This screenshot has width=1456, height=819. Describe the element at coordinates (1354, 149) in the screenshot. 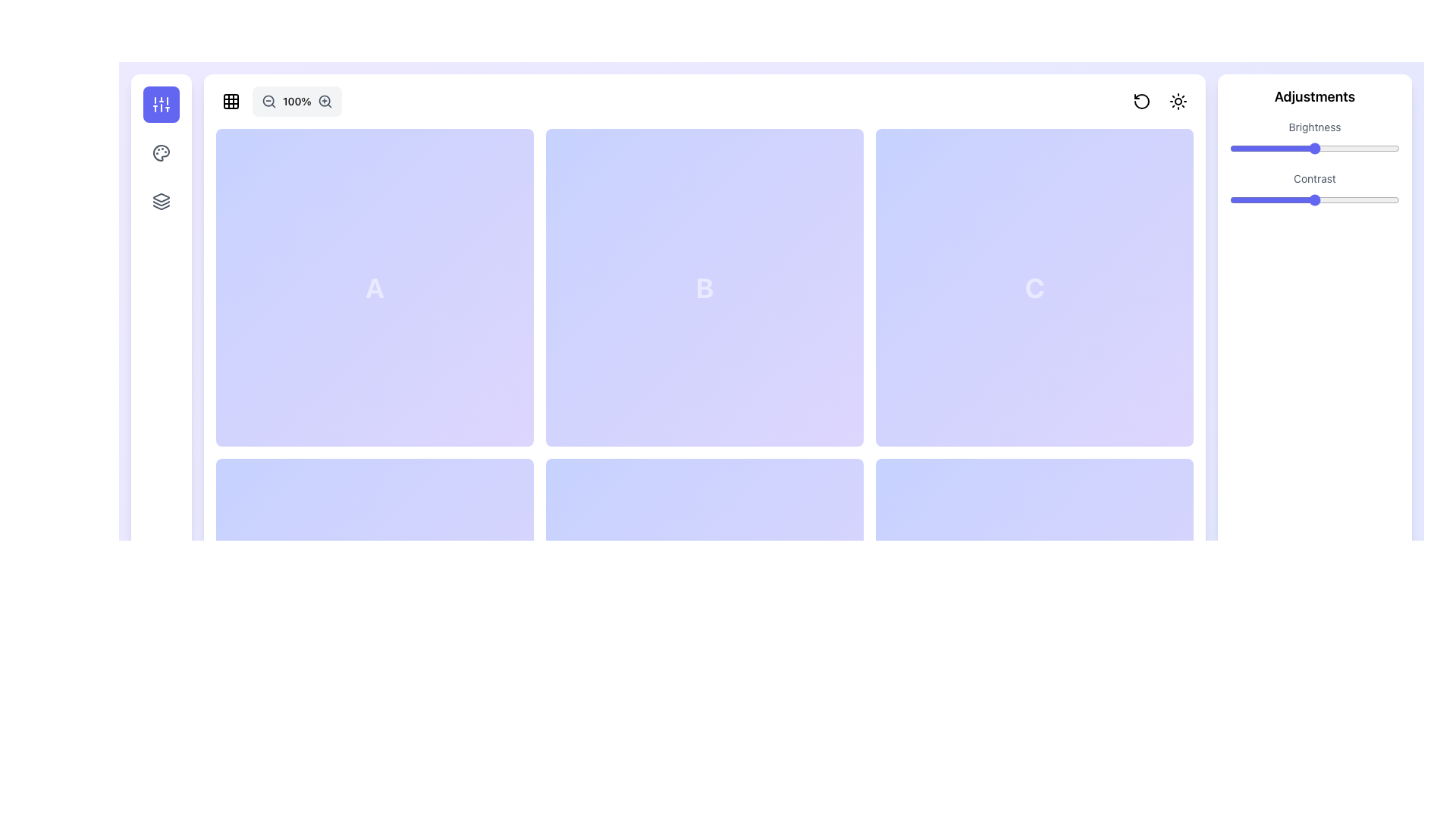

I see `the brightness level` at that location.